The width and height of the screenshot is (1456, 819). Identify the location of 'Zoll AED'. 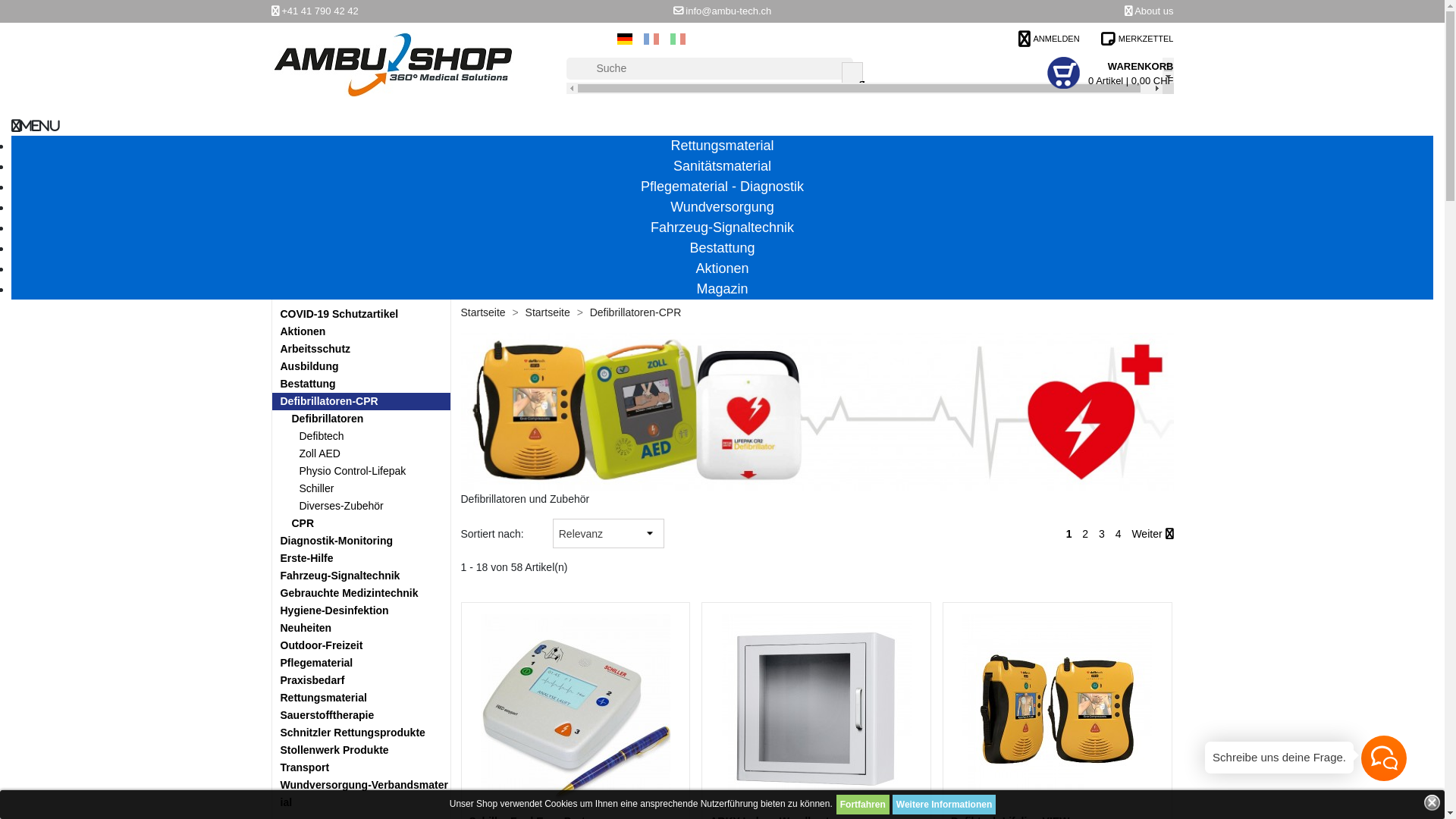
(359, 452).